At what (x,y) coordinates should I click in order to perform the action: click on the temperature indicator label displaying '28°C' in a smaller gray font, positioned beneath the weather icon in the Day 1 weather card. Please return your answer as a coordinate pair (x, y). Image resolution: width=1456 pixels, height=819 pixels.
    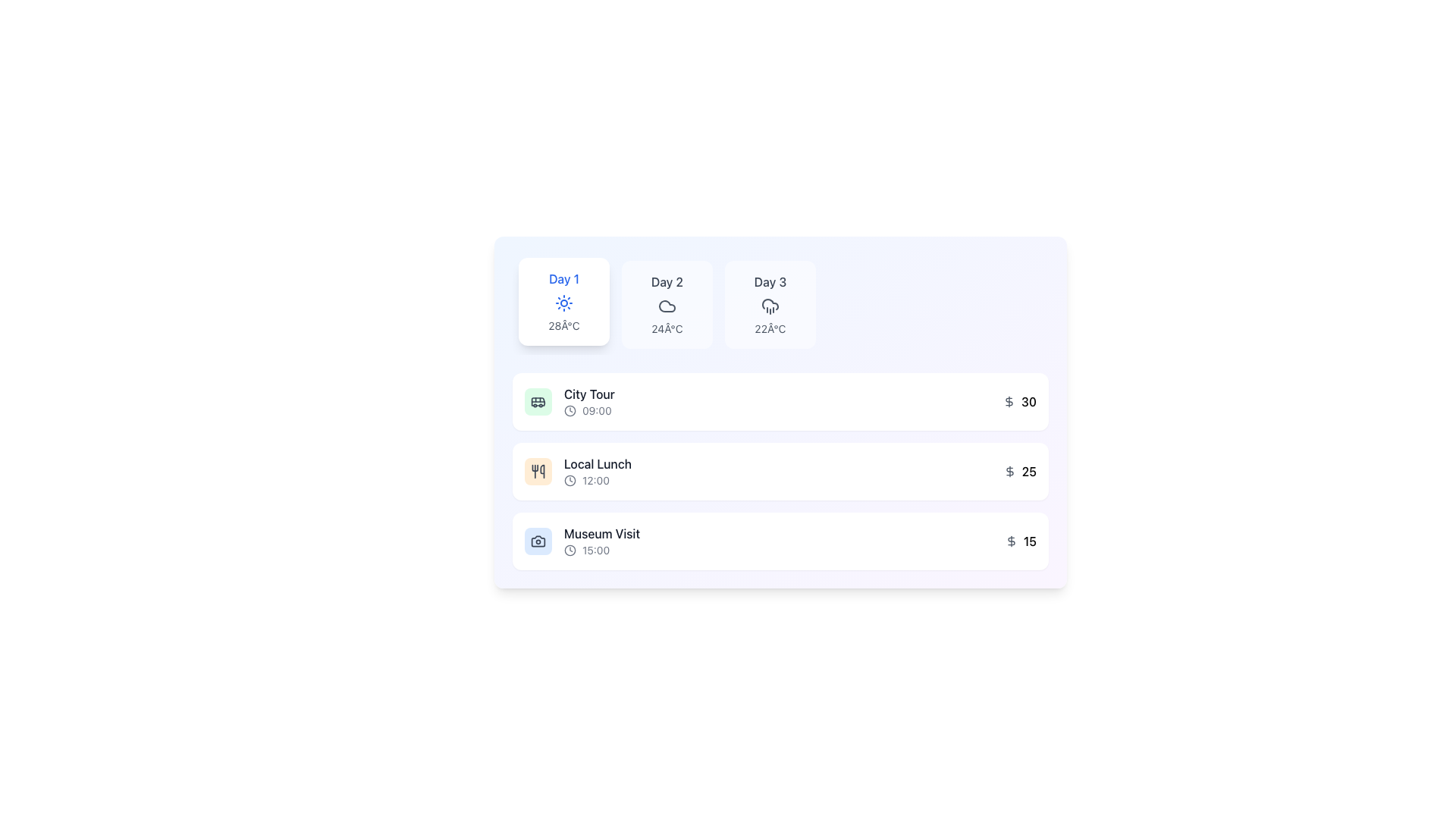
    Looking at the image, I should click on (563, 325).